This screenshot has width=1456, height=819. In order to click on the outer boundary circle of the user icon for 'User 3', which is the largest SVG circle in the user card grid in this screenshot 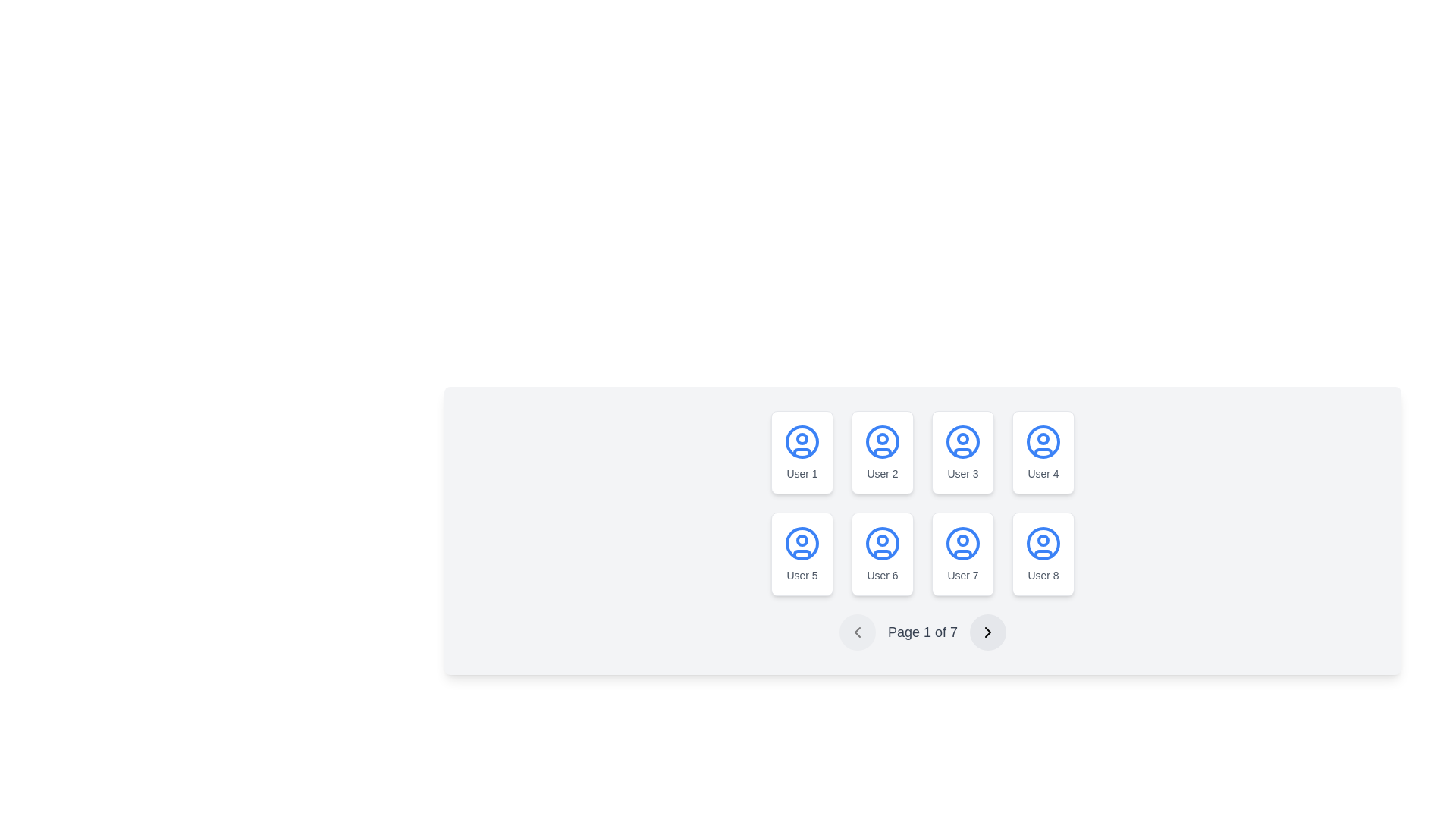, I will do `click(962, 441)`.